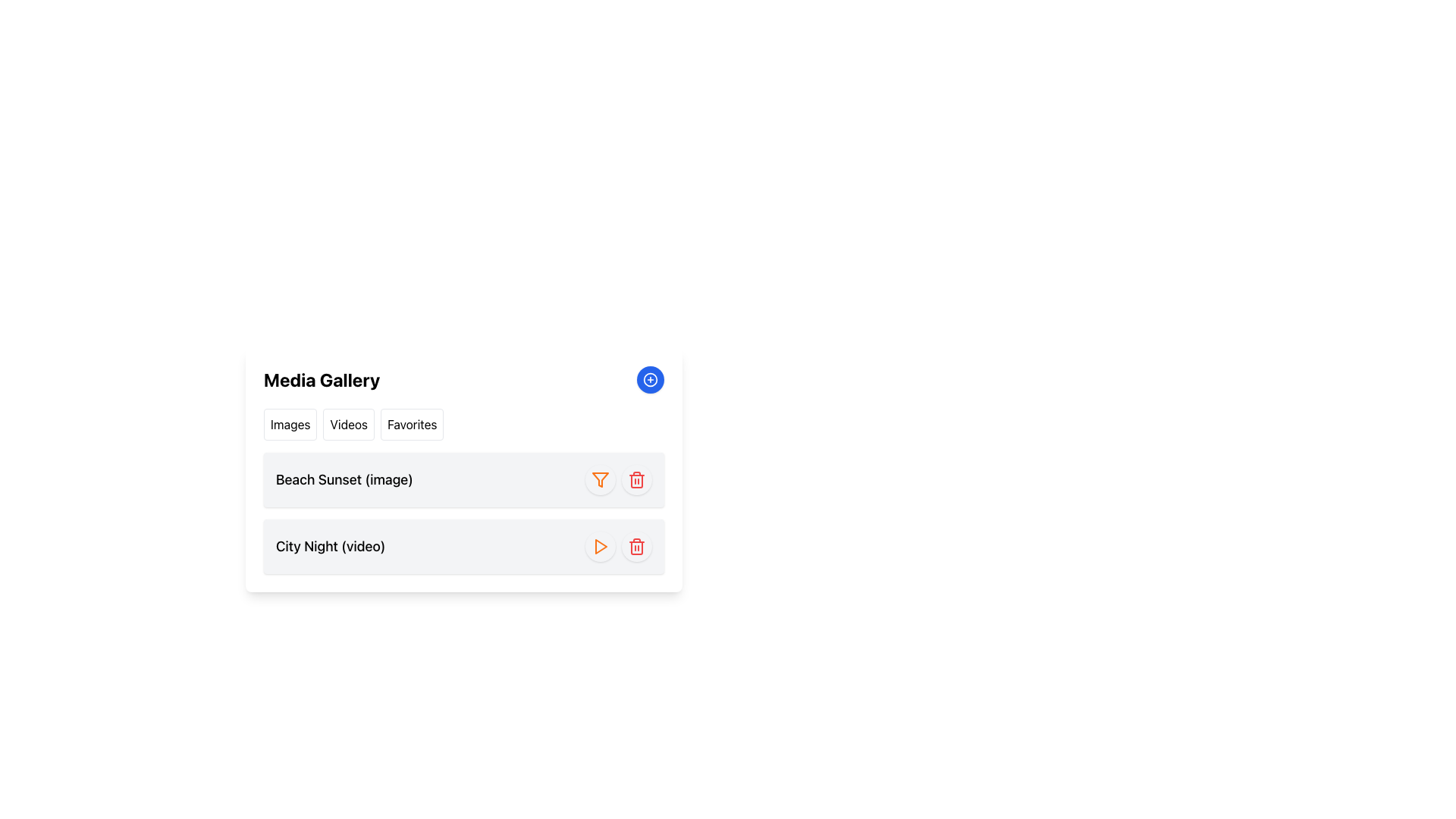 This screenshot has height=819, width=1456. I want to click on the filtration icon located at the top-right of the interface adjacent to the navigation bar in the 'Media Gallery', so click(600, 479).